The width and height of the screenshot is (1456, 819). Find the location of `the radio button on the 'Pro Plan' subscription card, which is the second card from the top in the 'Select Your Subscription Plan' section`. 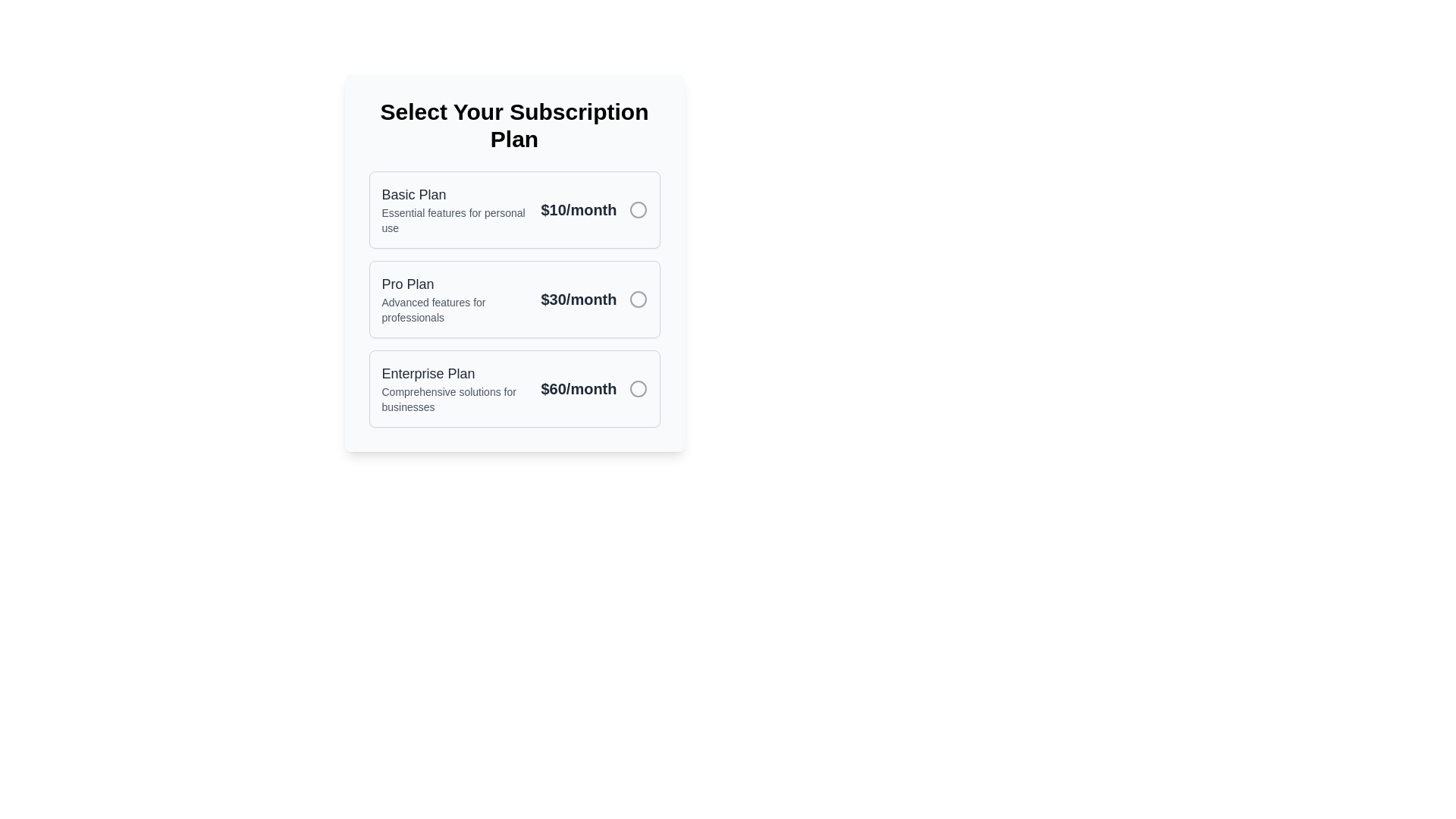

the radio button on the 'Pro Plan' subscription card, which is the second card from the top in the 'Select Your Subscription Plan' section is located at coordinates (514, 299).